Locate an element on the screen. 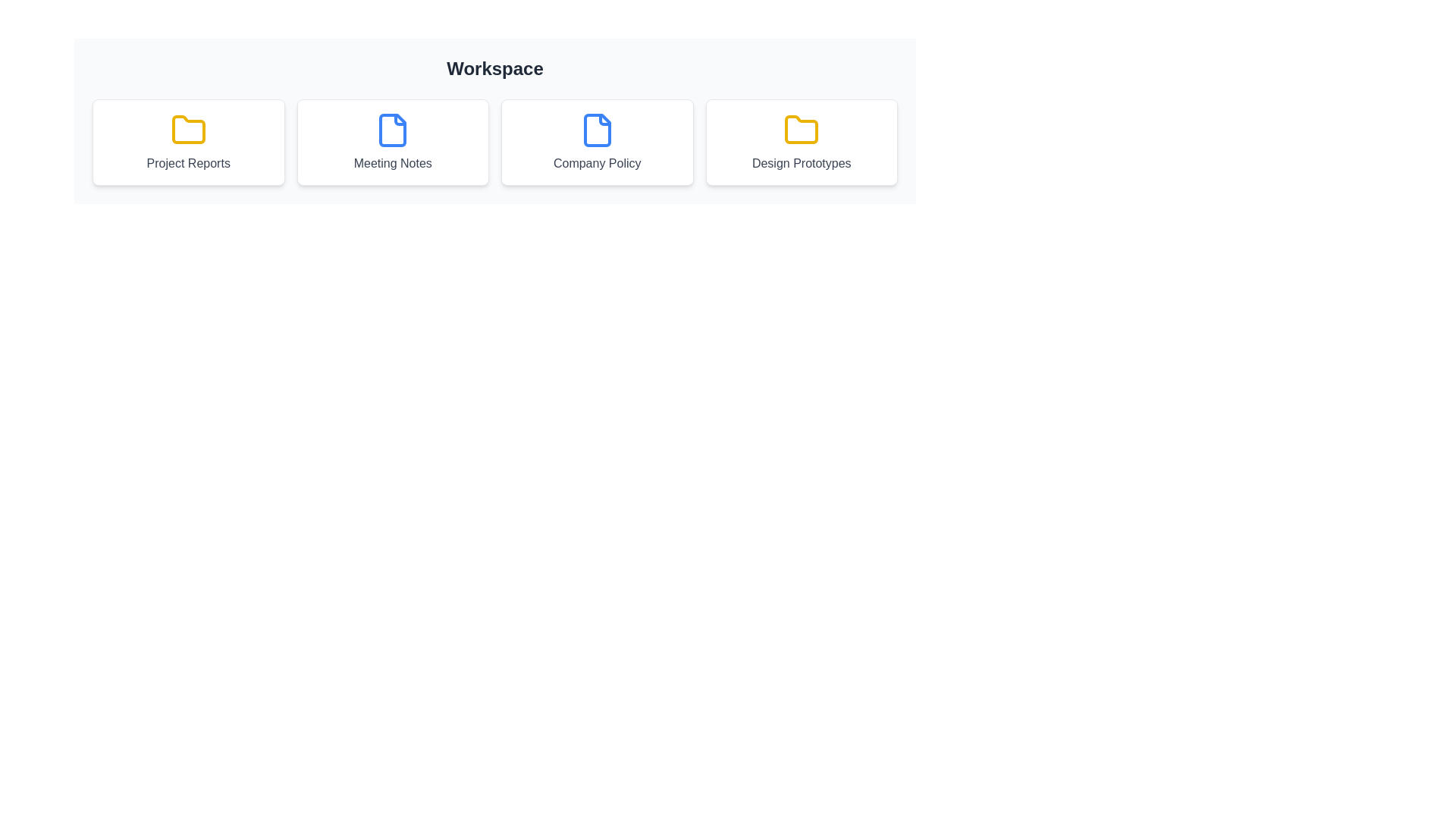 Image resolution: width=1456 pixels, height=819 pixels. the yellow folder-shaped icon representing a file folder located in the 'Project Reports' section, to the left of 'Meeting Notes' is located at coordinates (187, 128).